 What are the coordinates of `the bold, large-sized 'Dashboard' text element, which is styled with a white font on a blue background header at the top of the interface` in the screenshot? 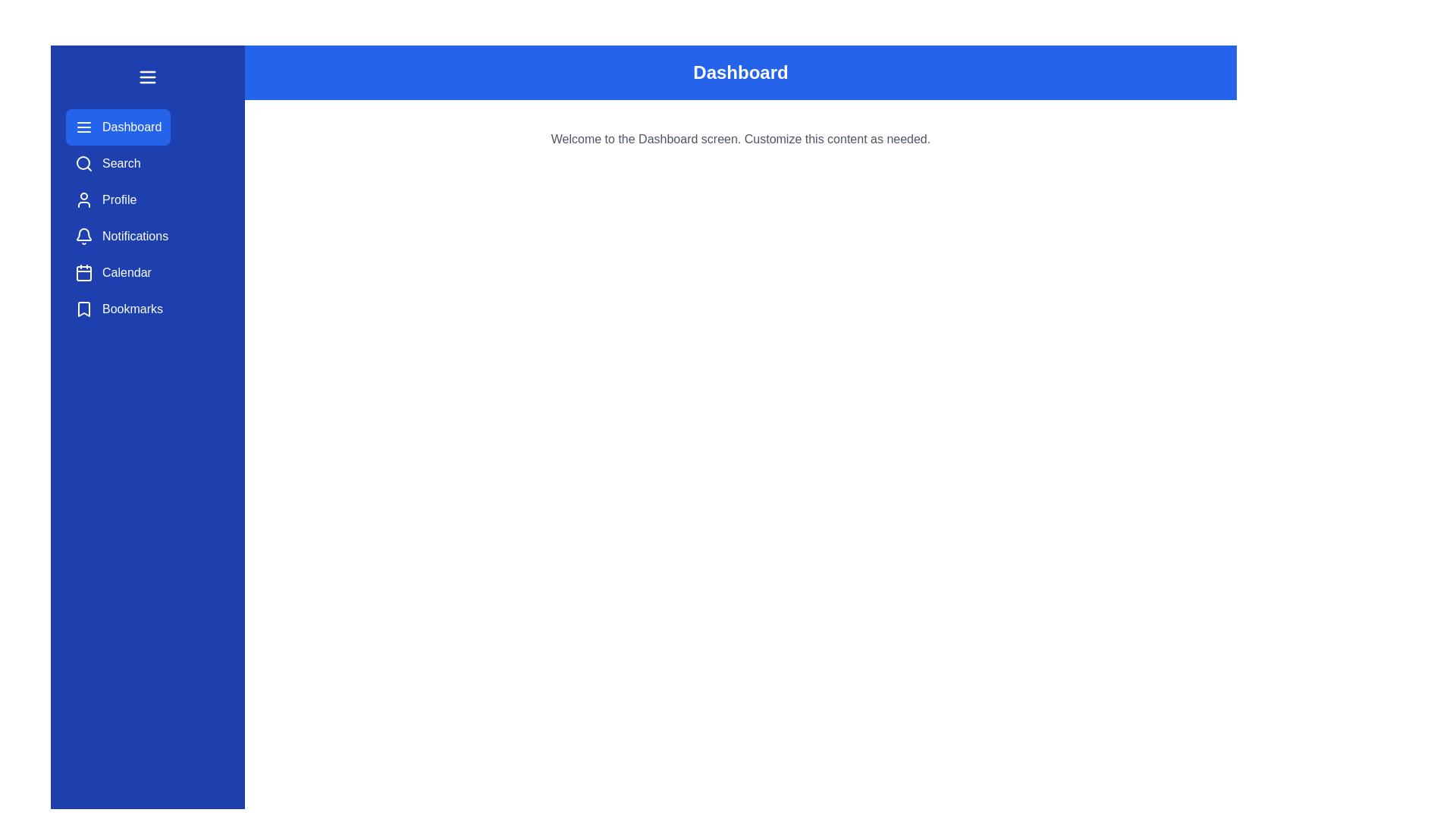 It's located at (741, 73).